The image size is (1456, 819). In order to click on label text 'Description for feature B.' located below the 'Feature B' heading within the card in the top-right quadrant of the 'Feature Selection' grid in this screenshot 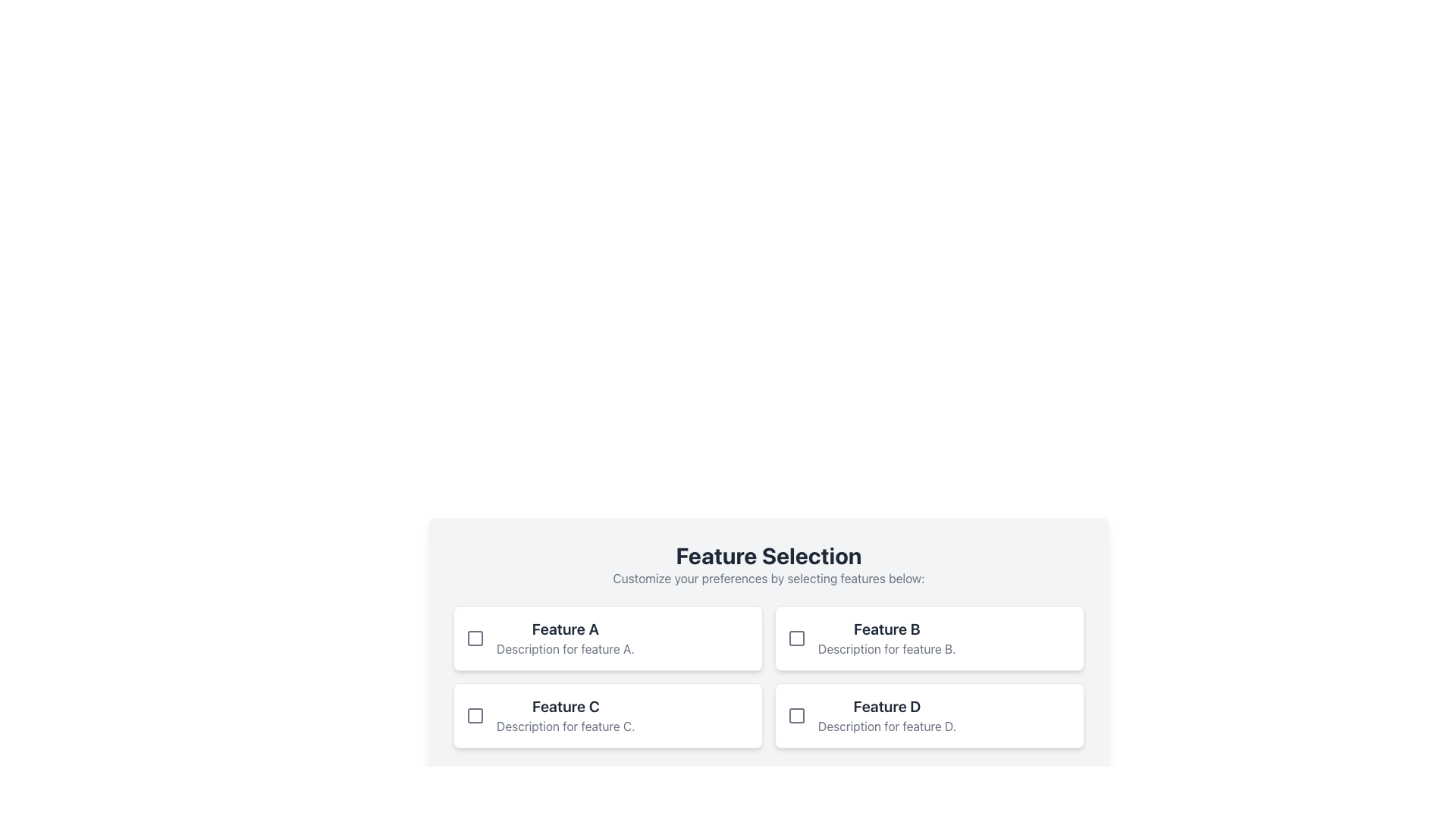, I will do `click(886, 648)`.